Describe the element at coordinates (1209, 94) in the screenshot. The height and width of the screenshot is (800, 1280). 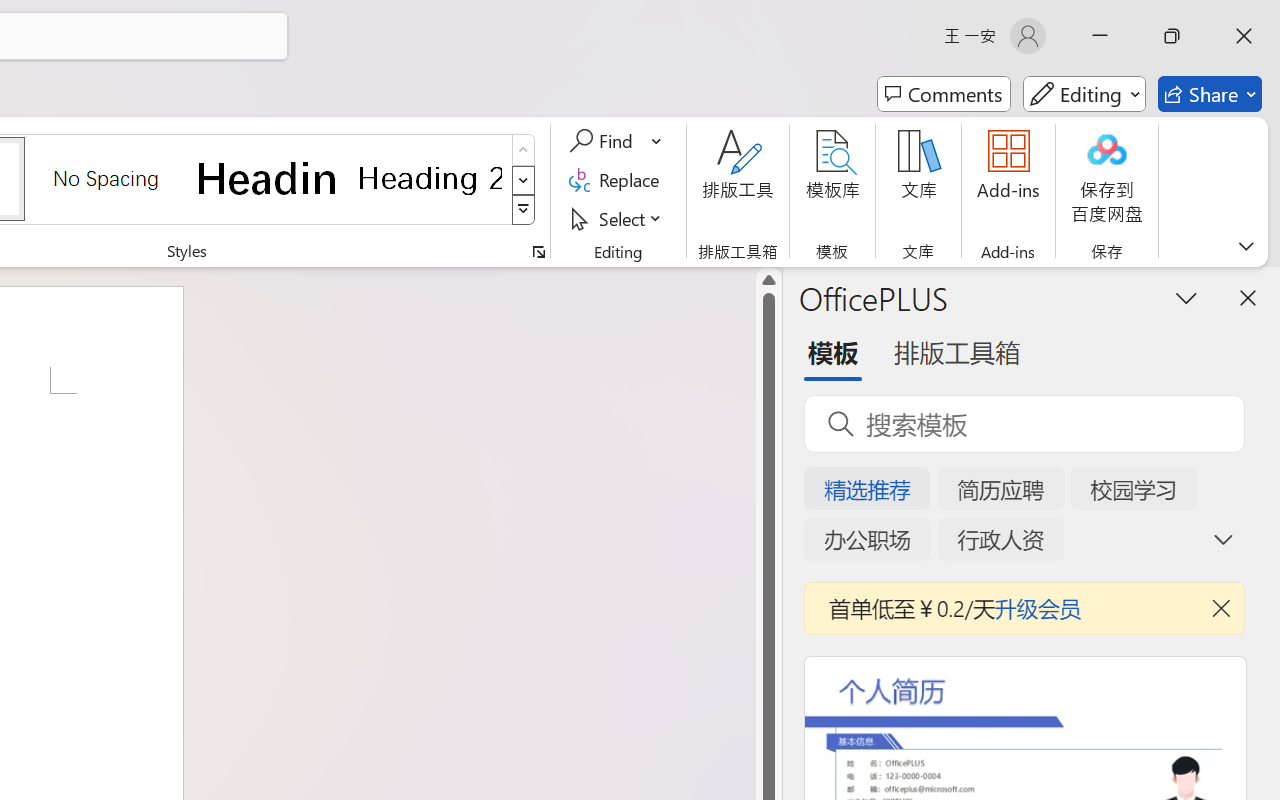
I see `'Share'` at that location.